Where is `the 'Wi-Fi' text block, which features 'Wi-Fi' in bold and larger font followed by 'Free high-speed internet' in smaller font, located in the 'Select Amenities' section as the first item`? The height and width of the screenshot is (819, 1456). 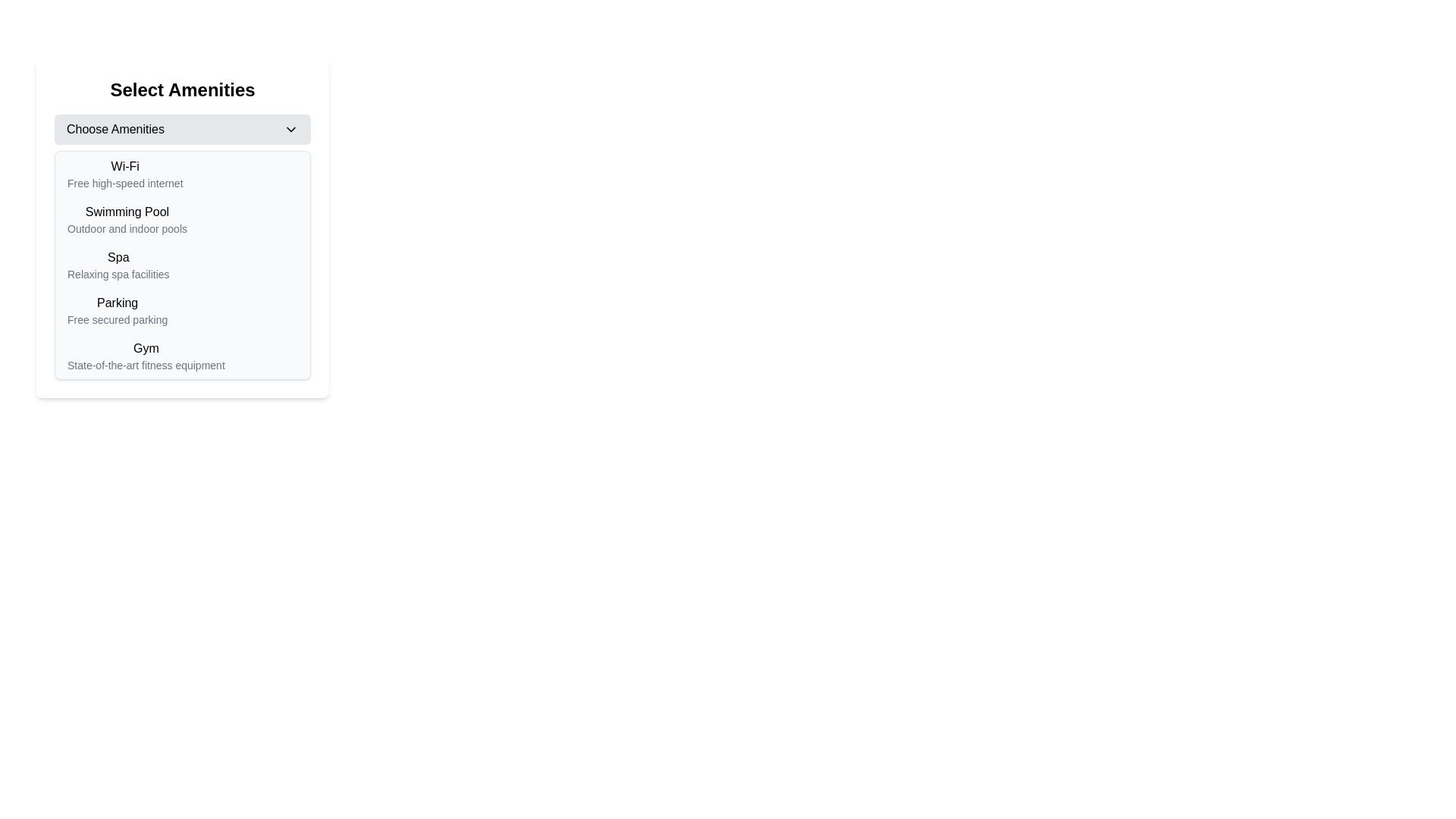
the 'Wi-Fi' text block, which features 'Wi-Fi' in bold and larger font followed by 'Free high-speed internet' in smaller font, located in the 'Select Amenities' section as the first item is located at coordinates (125, 174).